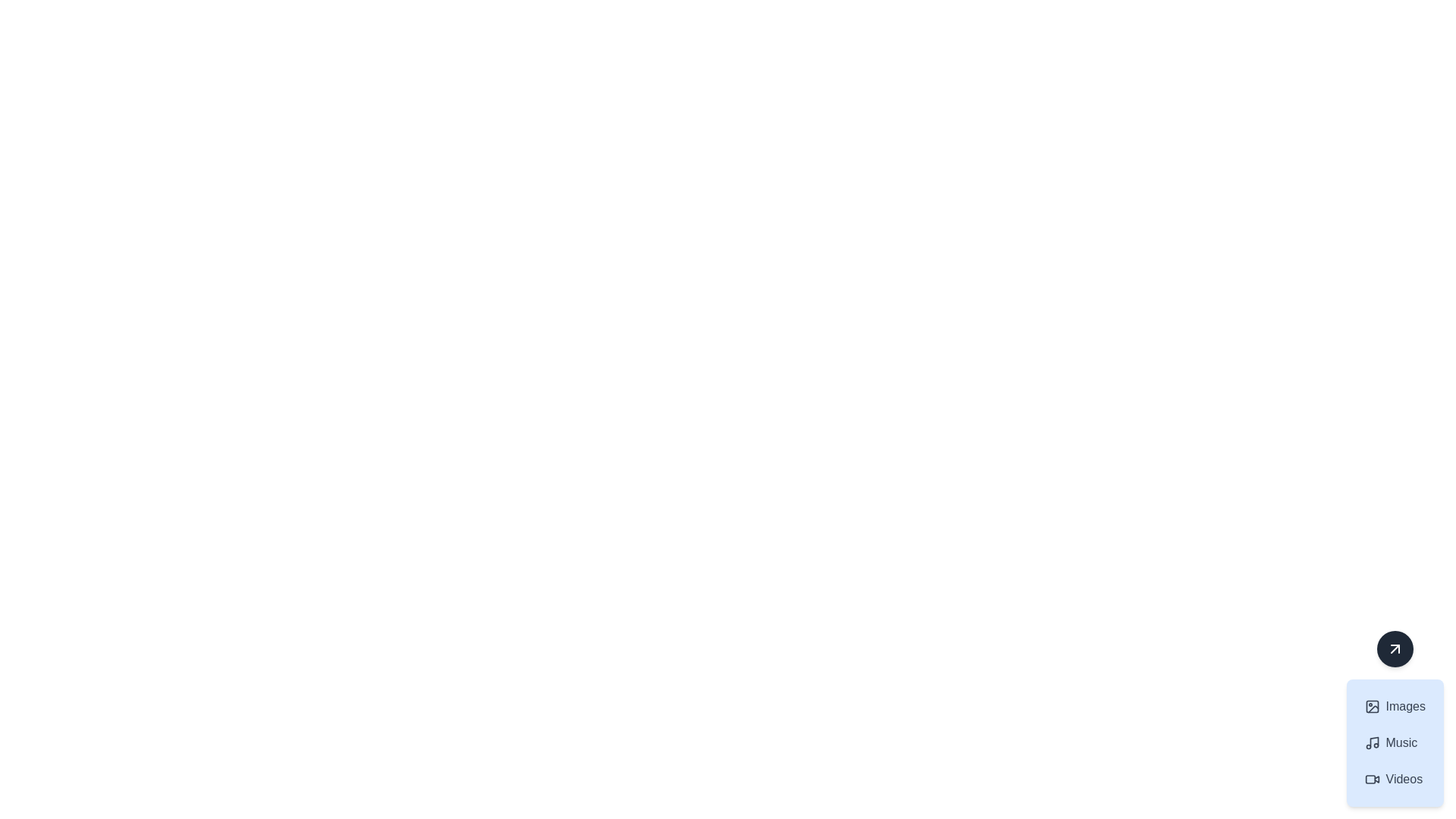  Describe the element at coordinates (1374, 741) in the screenshot. I see `the central vertical element of the music note icon, which serves as a decorative representation, indicating an audio or music-related action` at that location.